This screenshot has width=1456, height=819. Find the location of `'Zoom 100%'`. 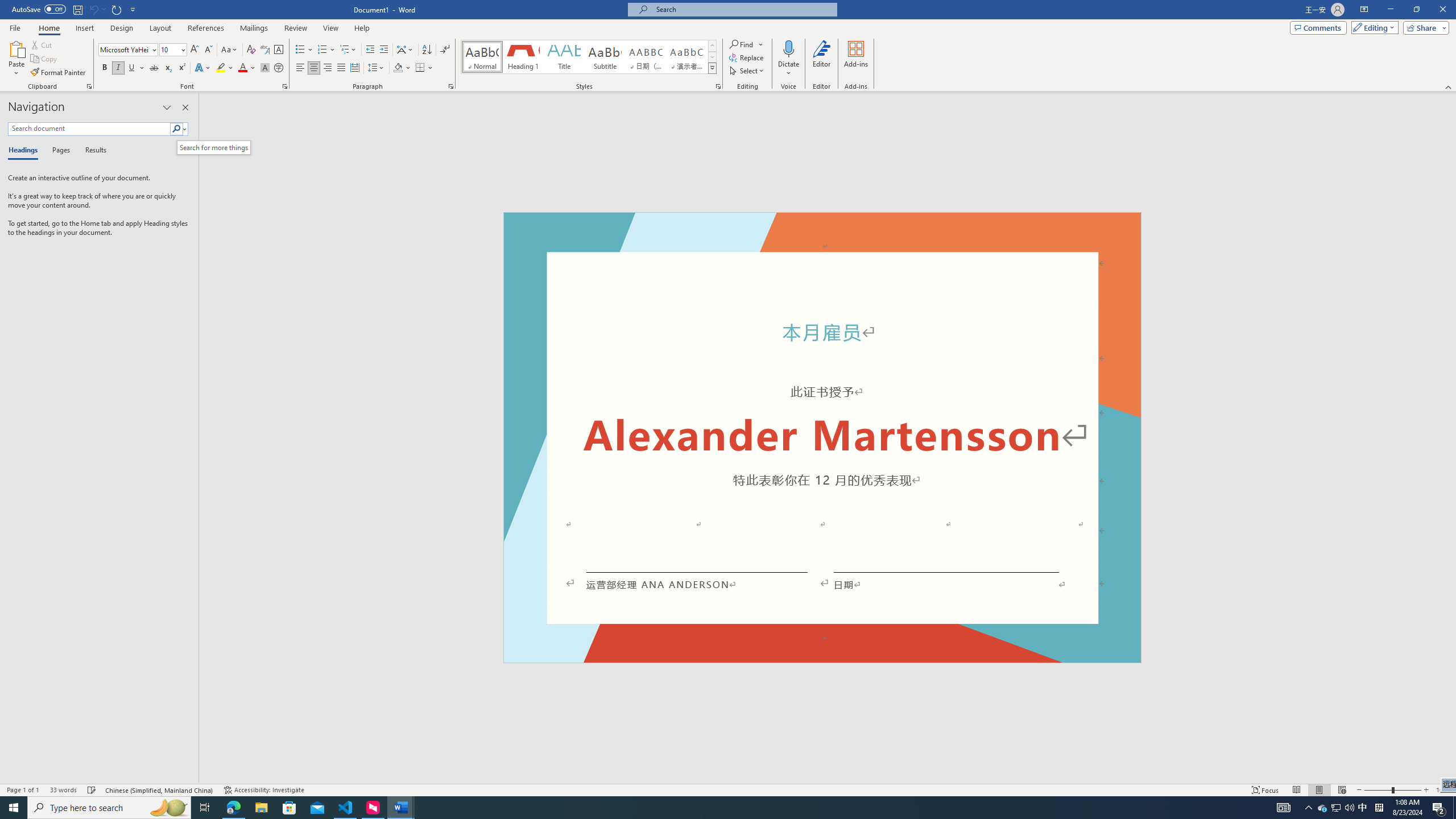

'Zoom 100%' is located at coordinates (1443, 790).